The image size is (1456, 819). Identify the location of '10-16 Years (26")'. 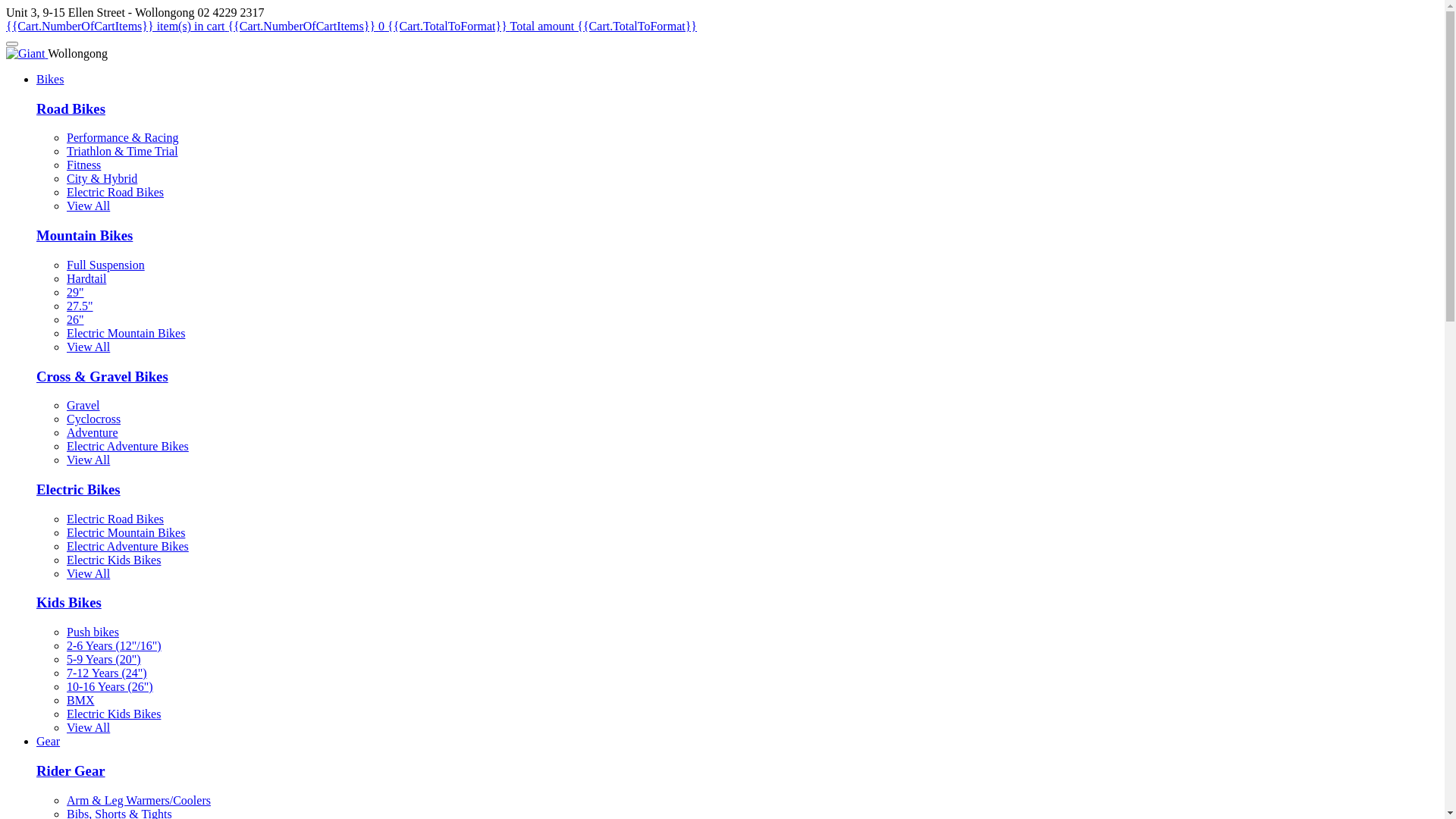
(108, 686).